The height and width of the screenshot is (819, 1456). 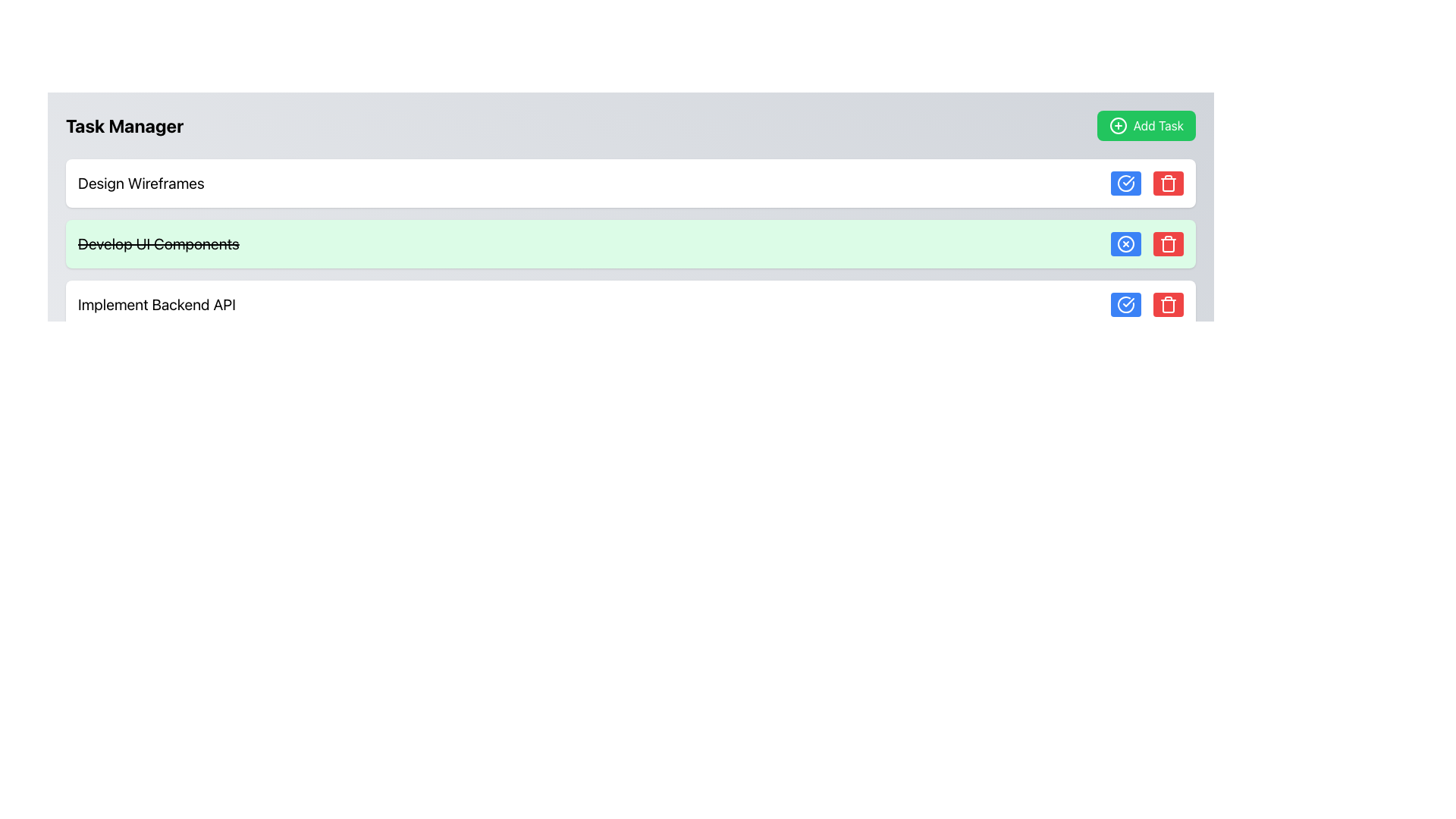 I want to click on the trash icon button with a red background located on the rightmost side of the second task row labeled 'Develop UI Components', so click(x=1167, y=243).